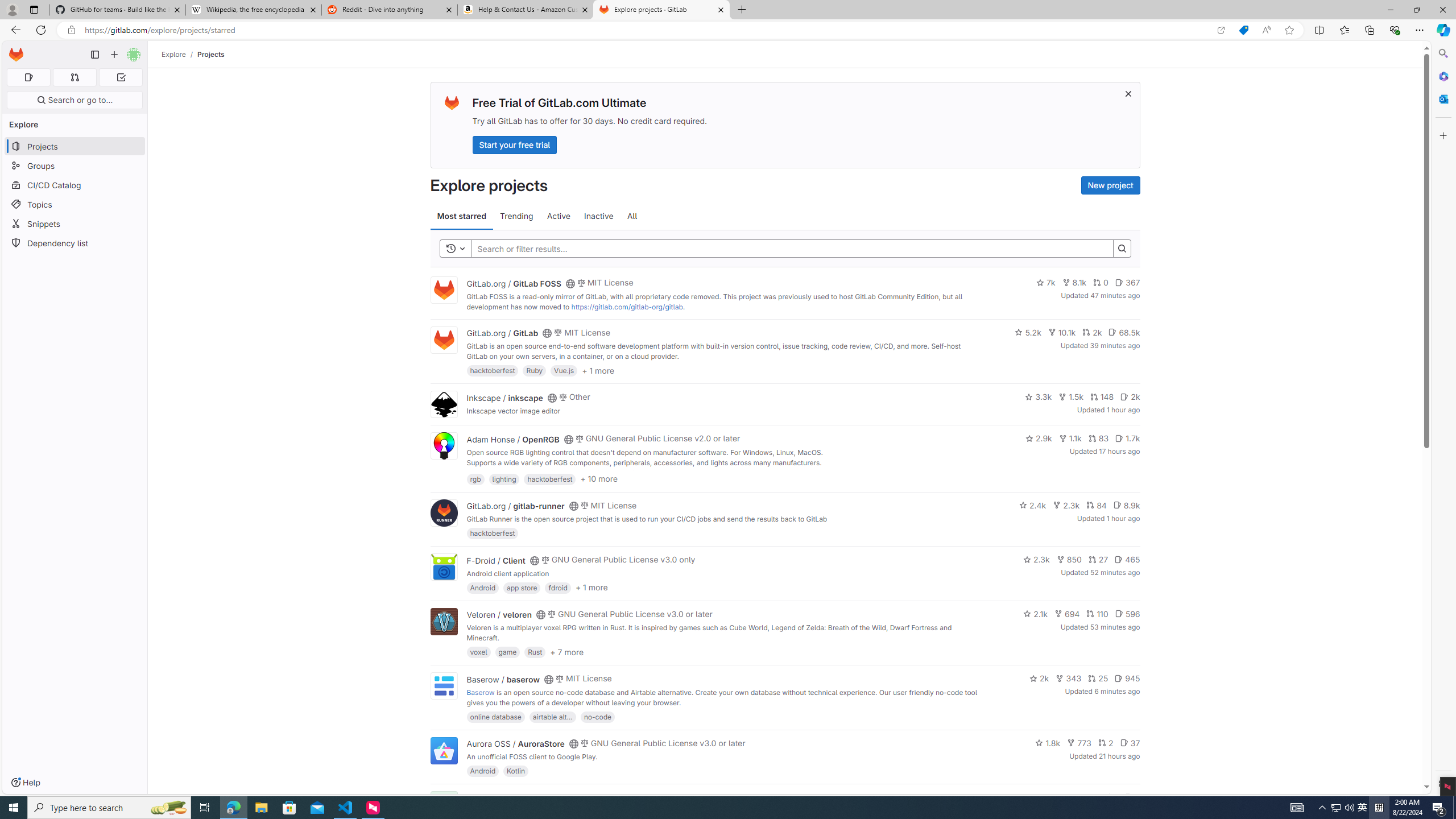 This screenshot has height=819, width=1456. Describe the element at coordinates (1127, 614) in the screenshot. I see `'596'` at that location.